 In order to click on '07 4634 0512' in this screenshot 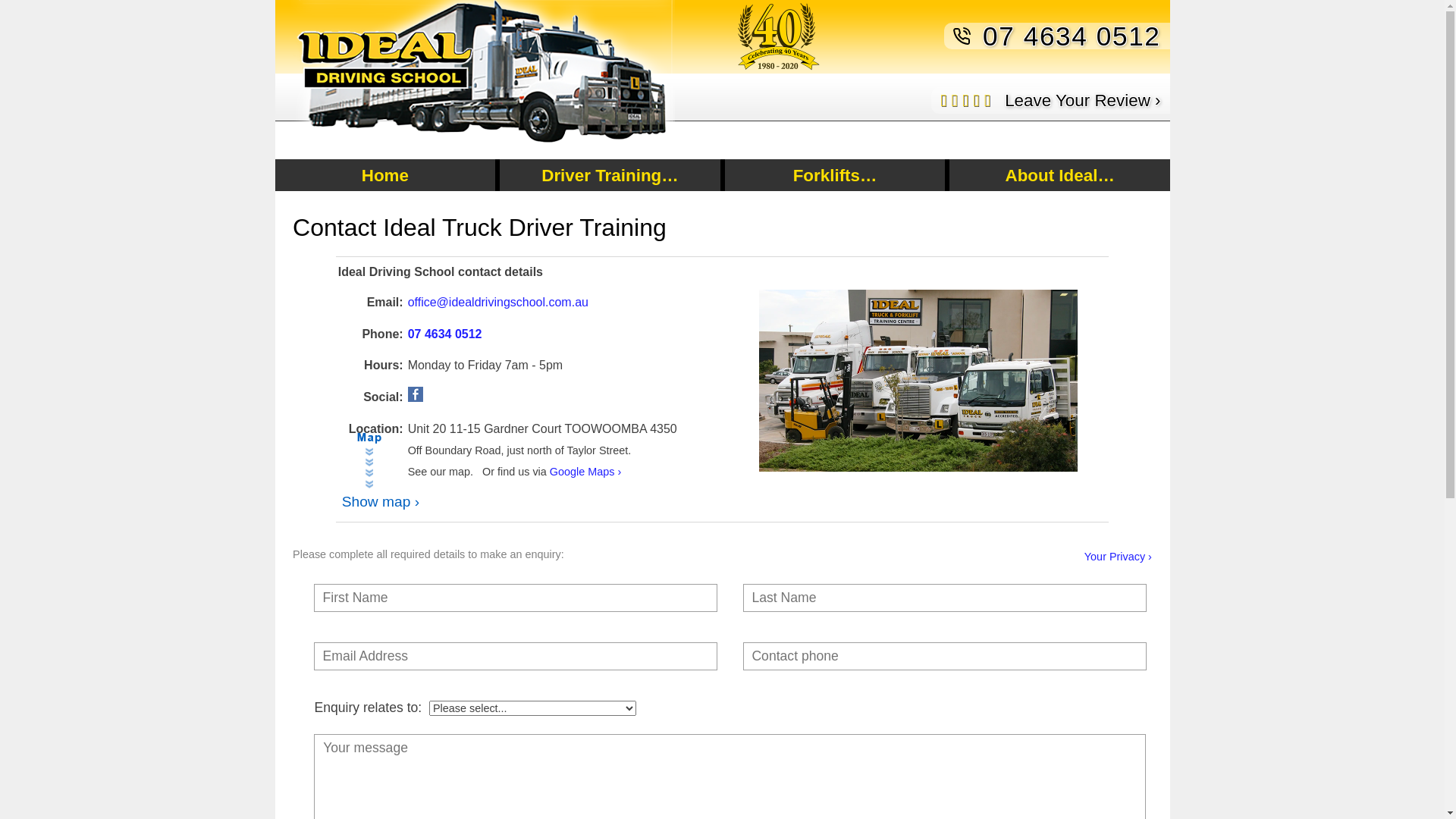, I will do `click(444, 333)`.